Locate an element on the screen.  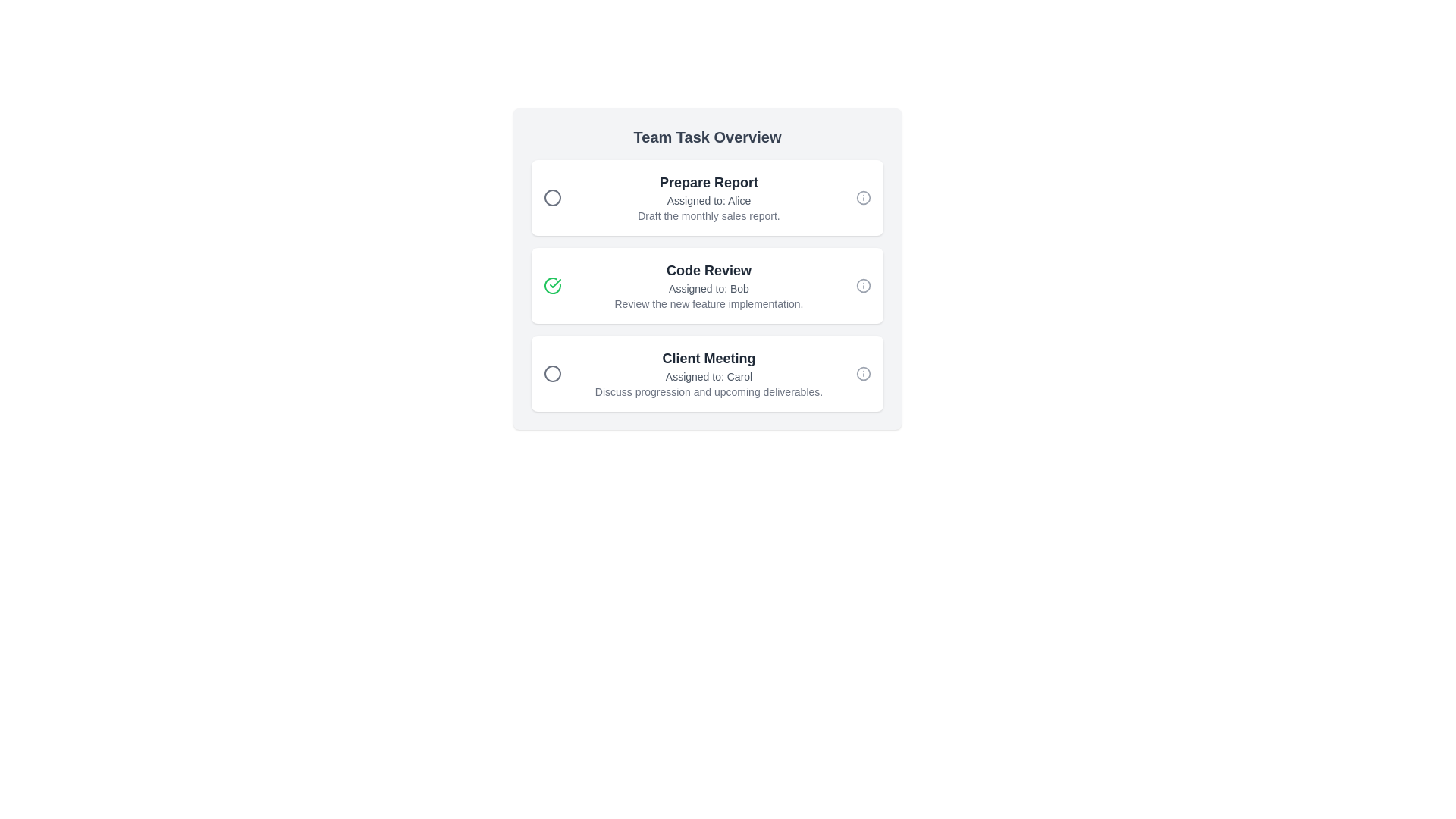
the 'Code Review' text label element by moving the cursor to its center point is located at coordinates (708, 270).